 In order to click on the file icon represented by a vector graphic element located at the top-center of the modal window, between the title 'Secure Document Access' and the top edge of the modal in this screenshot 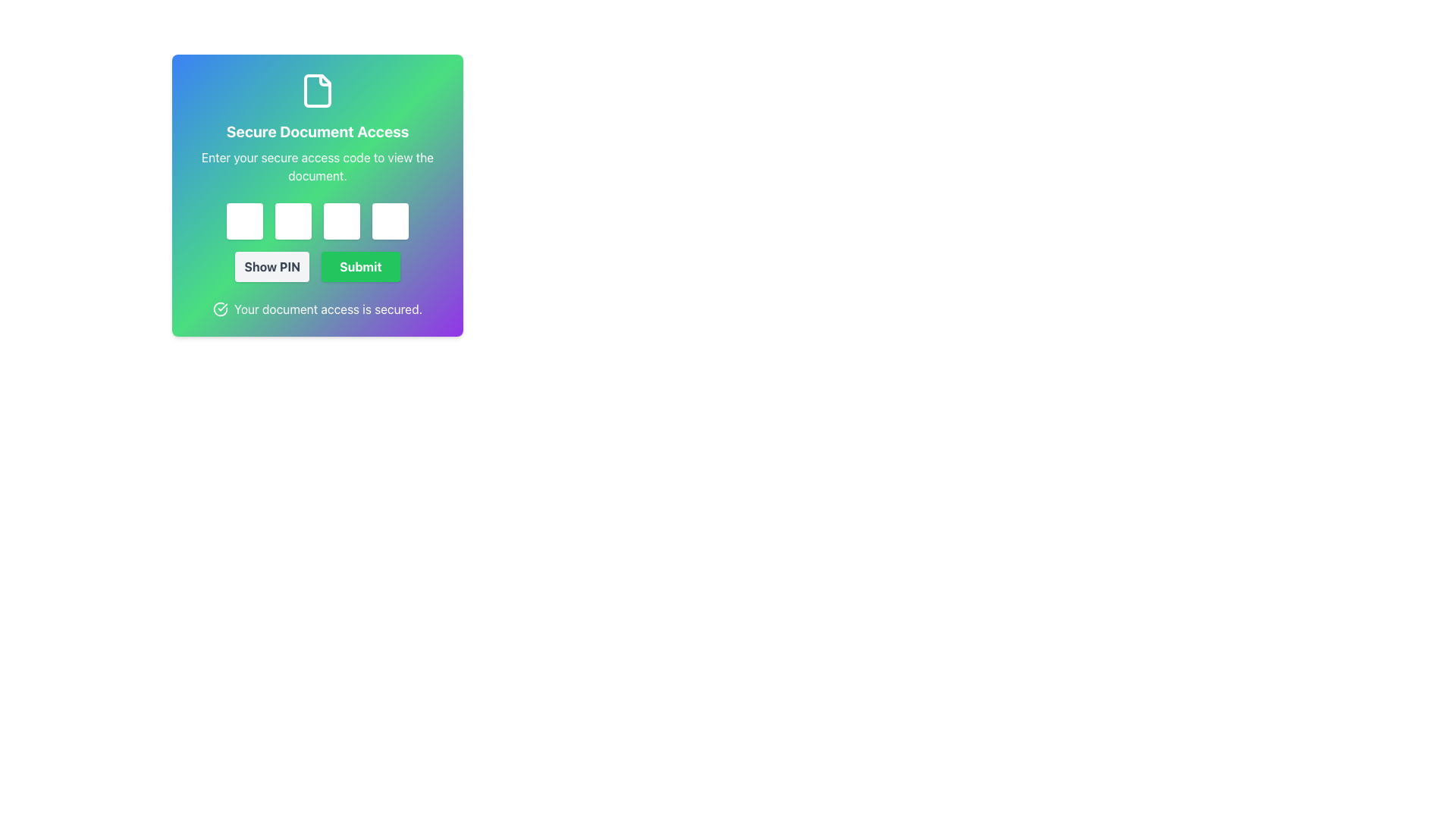, I will do `click(316, 90)`.